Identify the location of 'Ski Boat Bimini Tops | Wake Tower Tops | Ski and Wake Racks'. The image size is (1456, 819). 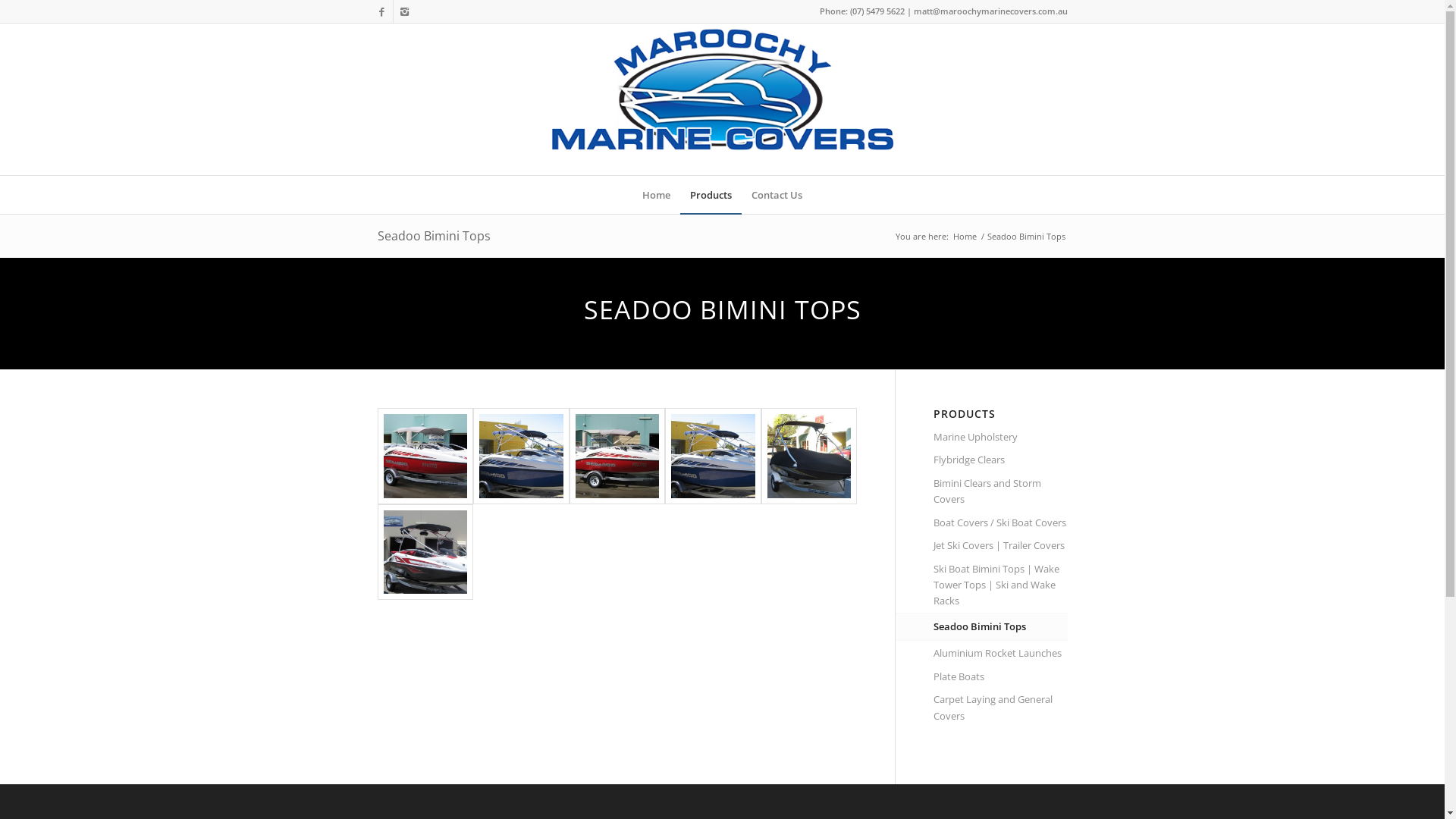
(1000, 585).